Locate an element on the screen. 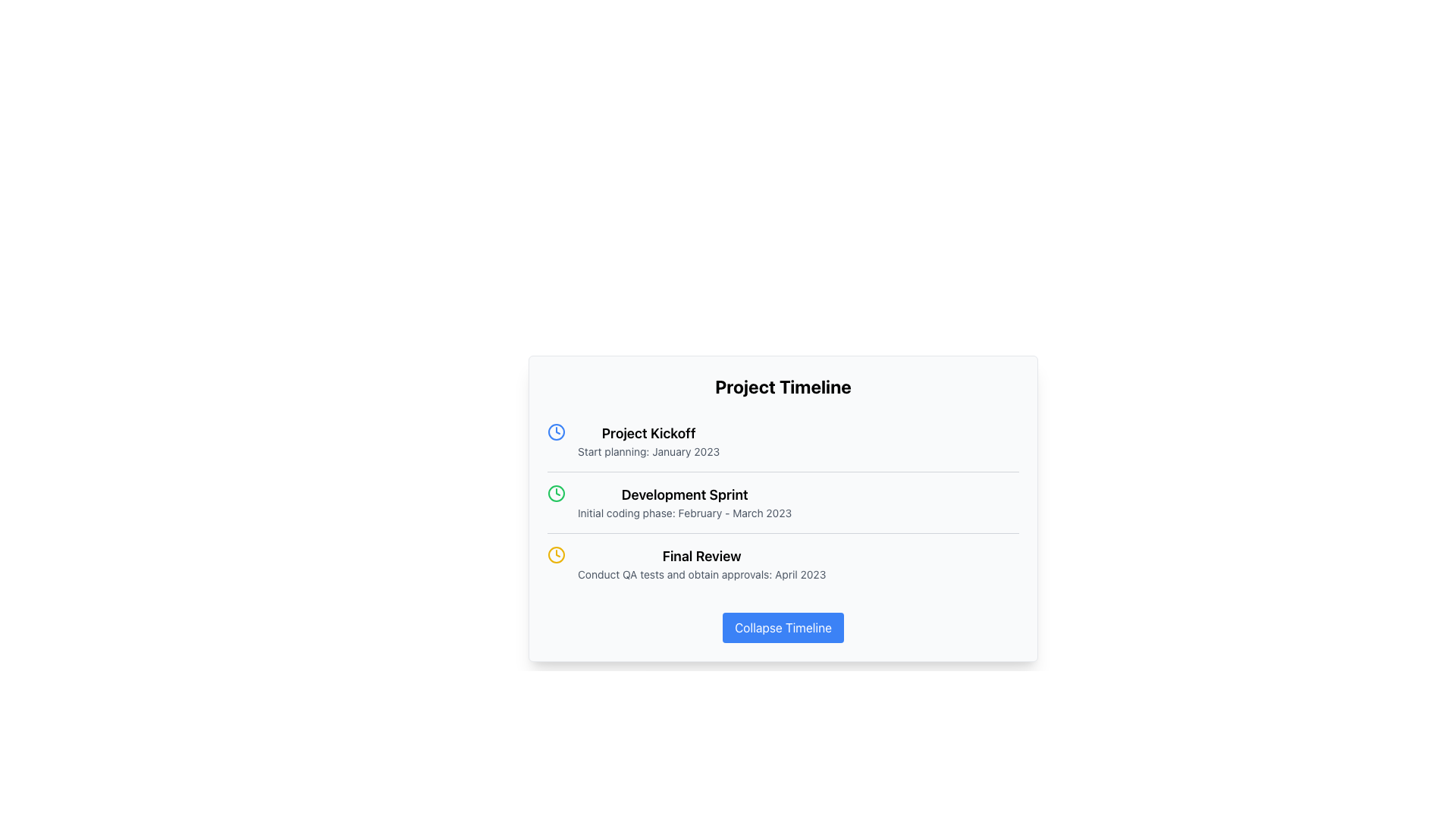  the analog clock icon, which has a green circular outline and is positioned to the left of the text 'Development Sprint' is located at coordinates (556, 494).